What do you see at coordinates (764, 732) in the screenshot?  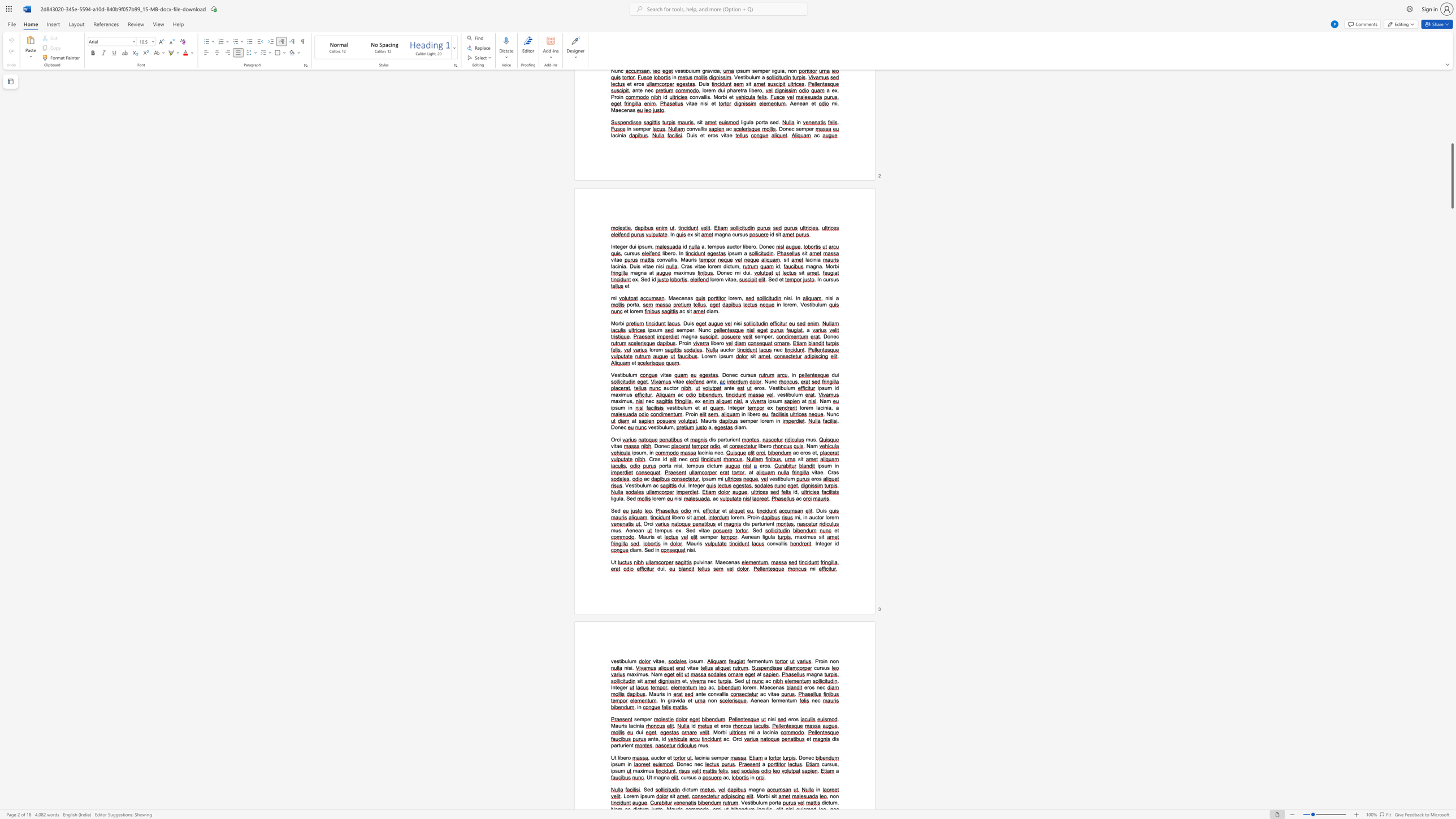 I see `the space between the continuous character "l" and "a" in the text` at bounding box center [764, 732].